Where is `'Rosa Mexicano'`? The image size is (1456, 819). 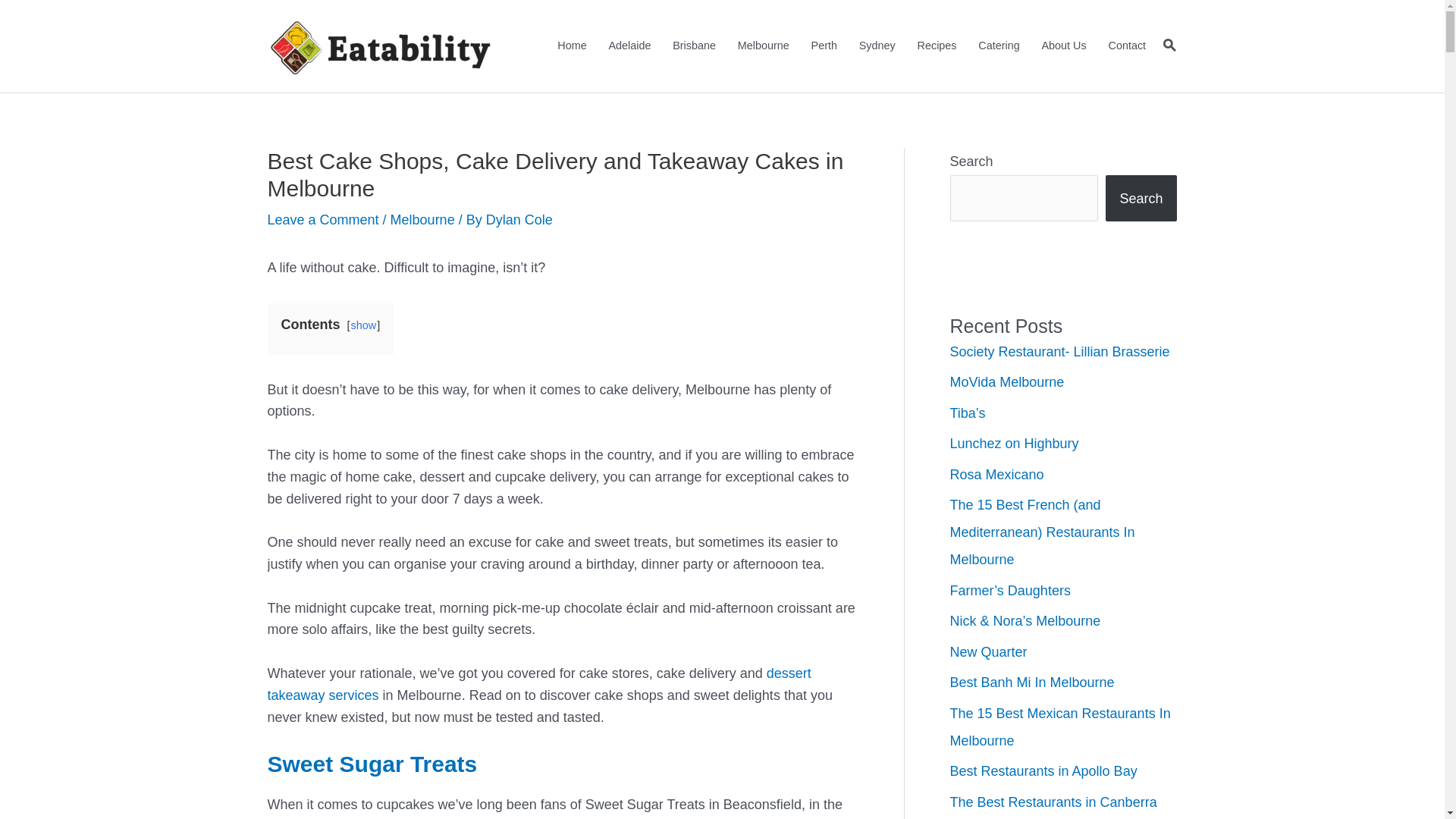
'Rosa Mexicano' is located at coordinates (996, 473).